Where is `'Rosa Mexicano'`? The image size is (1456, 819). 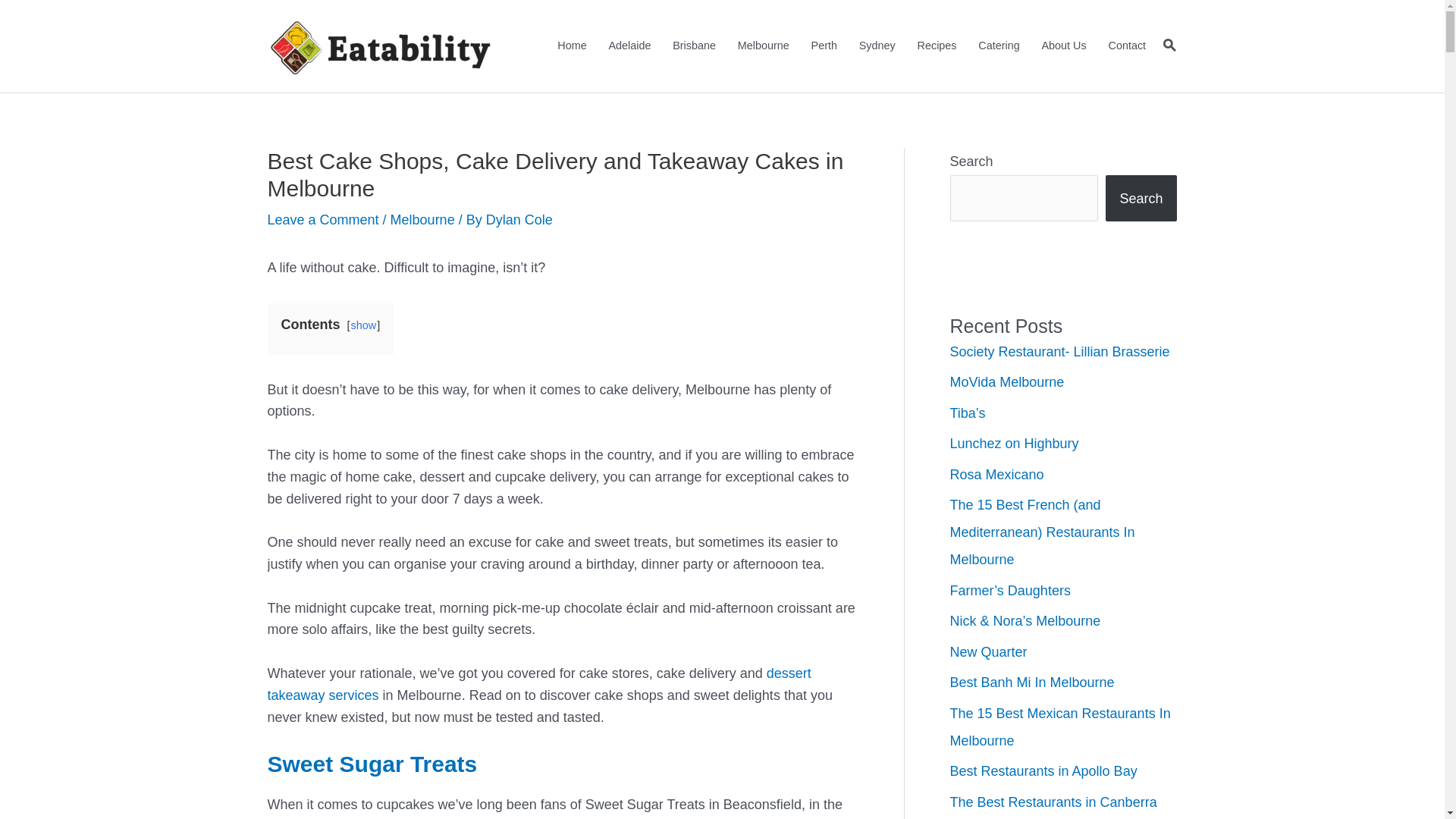
'Rosa Mexicano' is located at coordinates (996, 473).